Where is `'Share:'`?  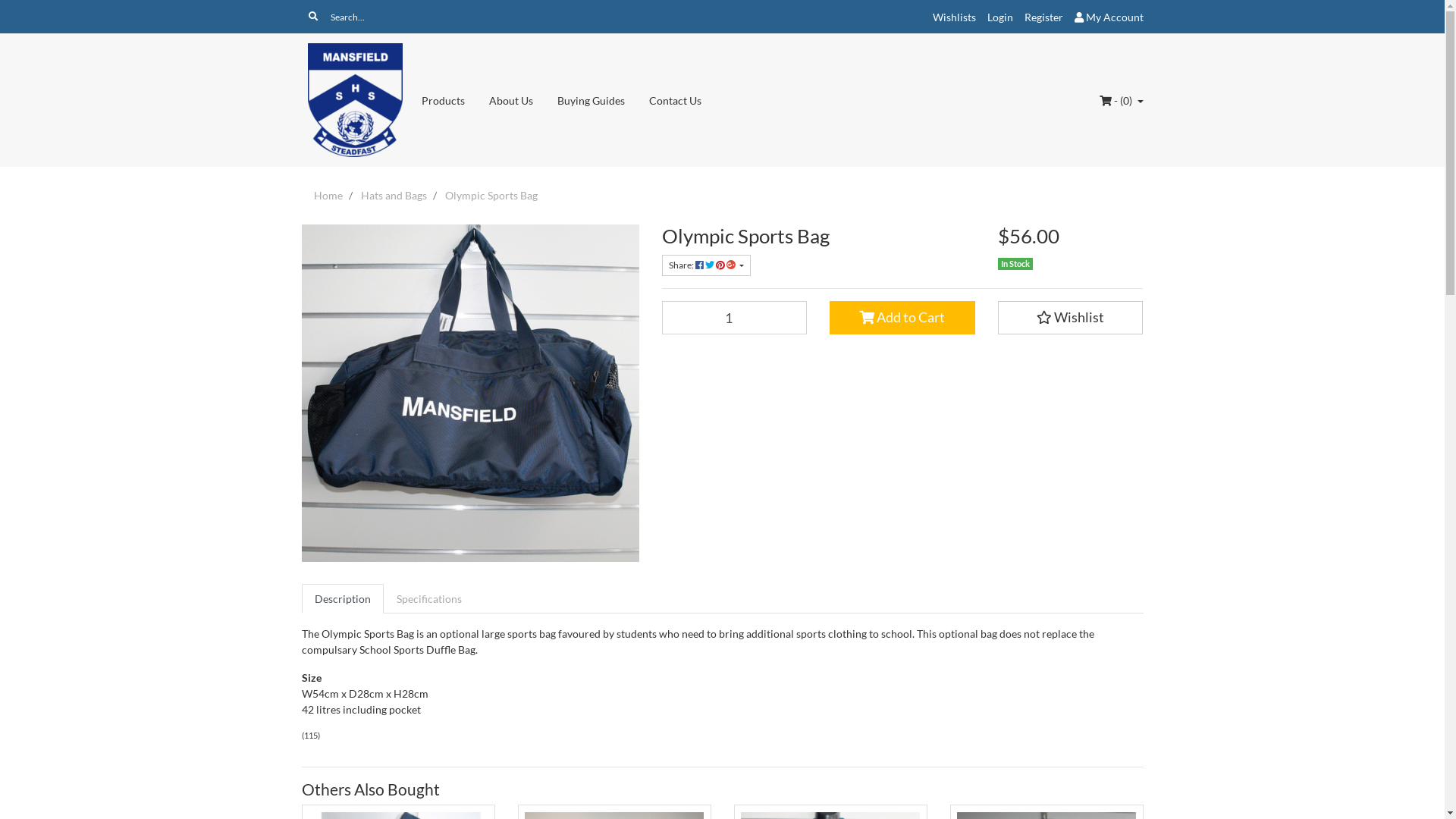 'Share:' is located at coordinates (704, 265).